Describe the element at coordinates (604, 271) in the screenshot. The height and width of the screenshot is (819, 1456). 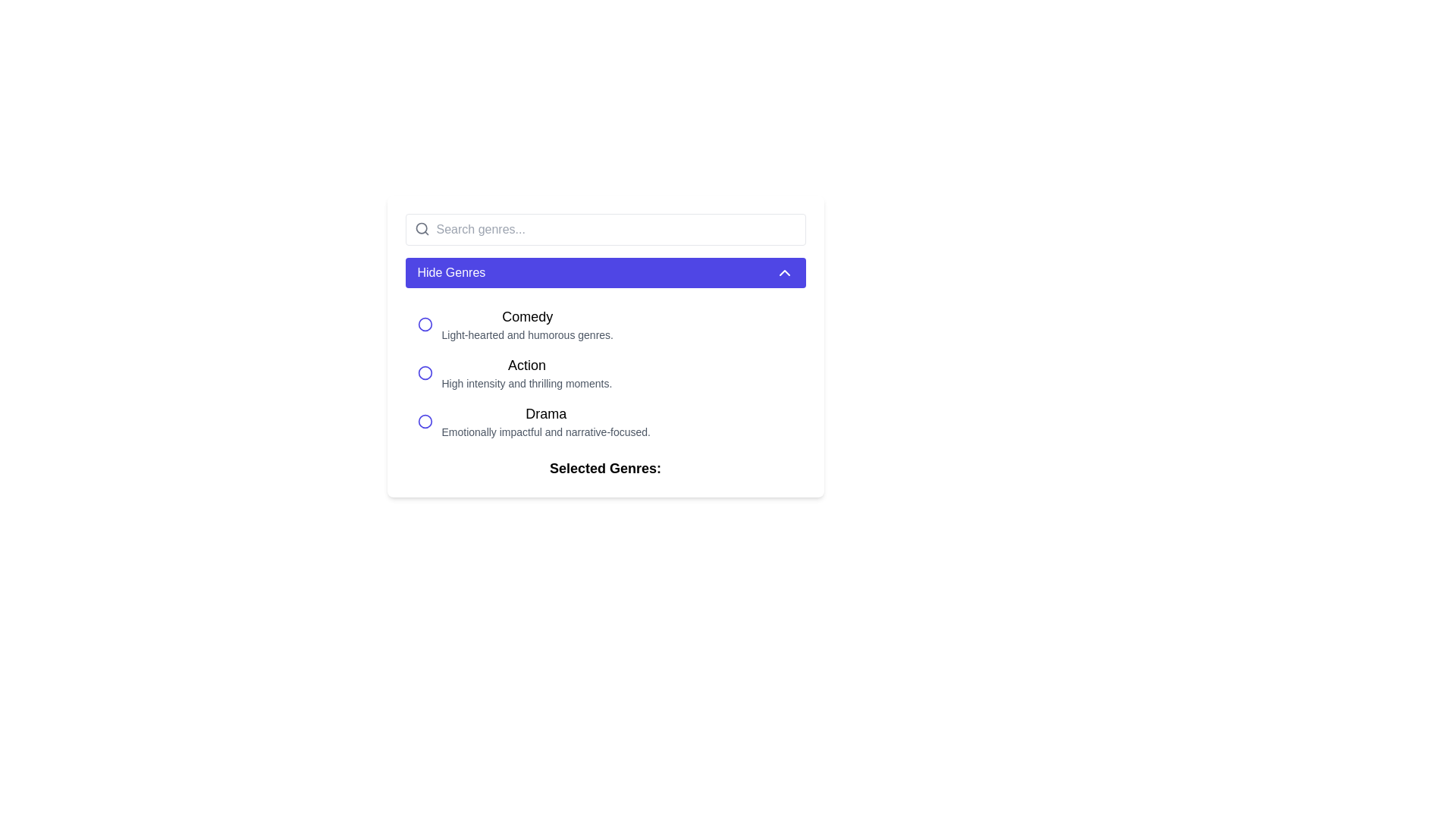
I see `the interactive button located below the search input field` at that location.